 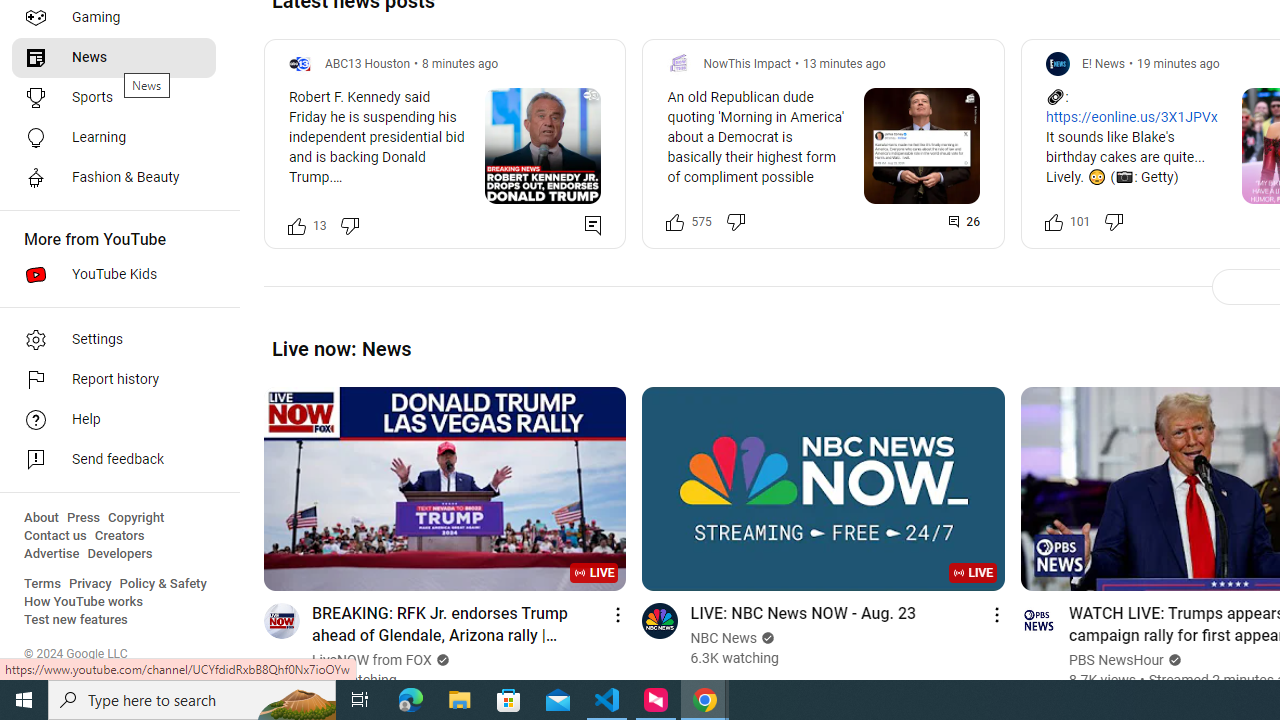 I want to click on 'Developers', so click(x=119, y=554).